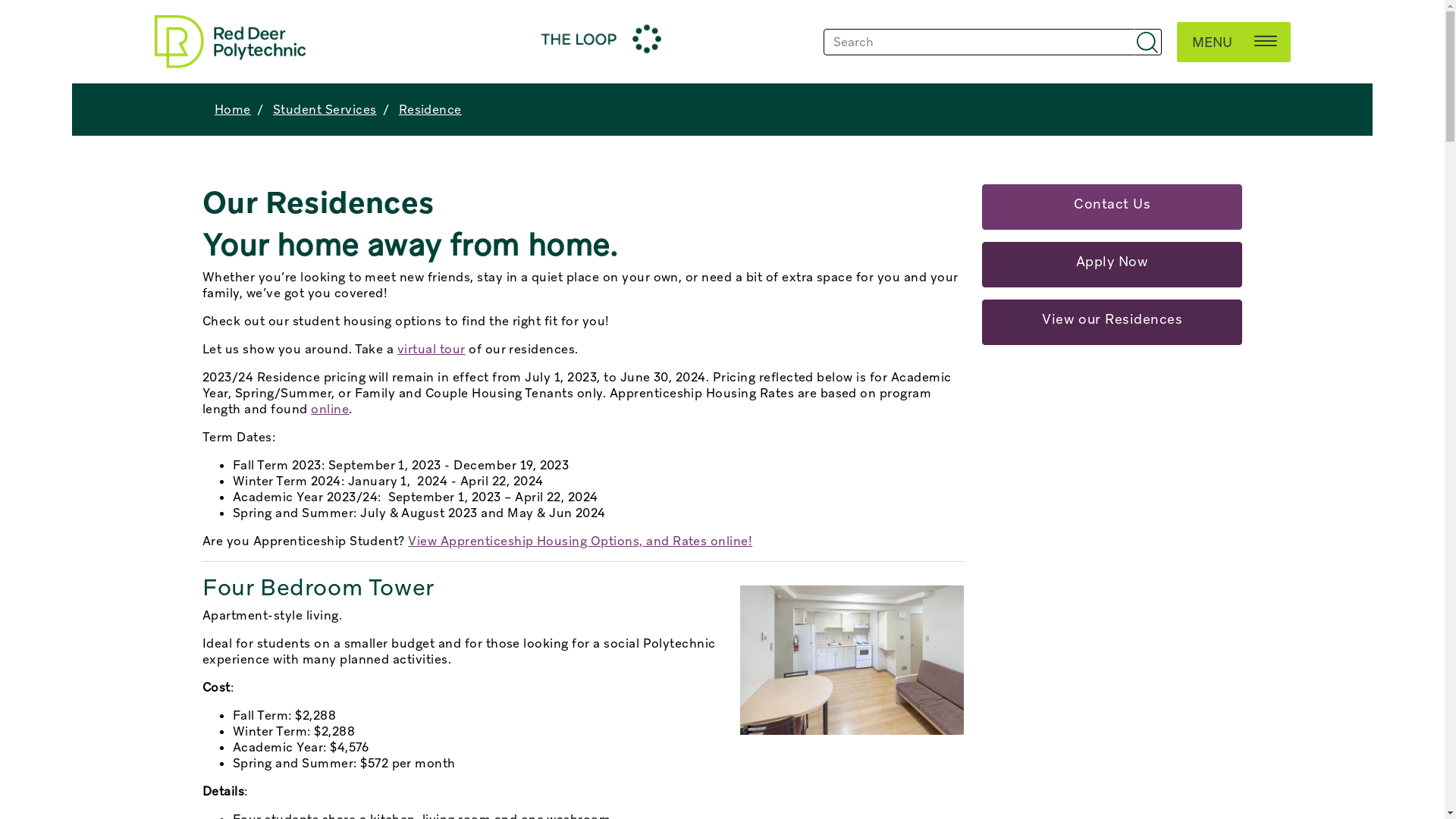 The width and height of the screenshot is (1456, 819). What do you see at coordinates (1147, 41) in the screenshot?
I see `' '` at bounding box center [1147, 41].